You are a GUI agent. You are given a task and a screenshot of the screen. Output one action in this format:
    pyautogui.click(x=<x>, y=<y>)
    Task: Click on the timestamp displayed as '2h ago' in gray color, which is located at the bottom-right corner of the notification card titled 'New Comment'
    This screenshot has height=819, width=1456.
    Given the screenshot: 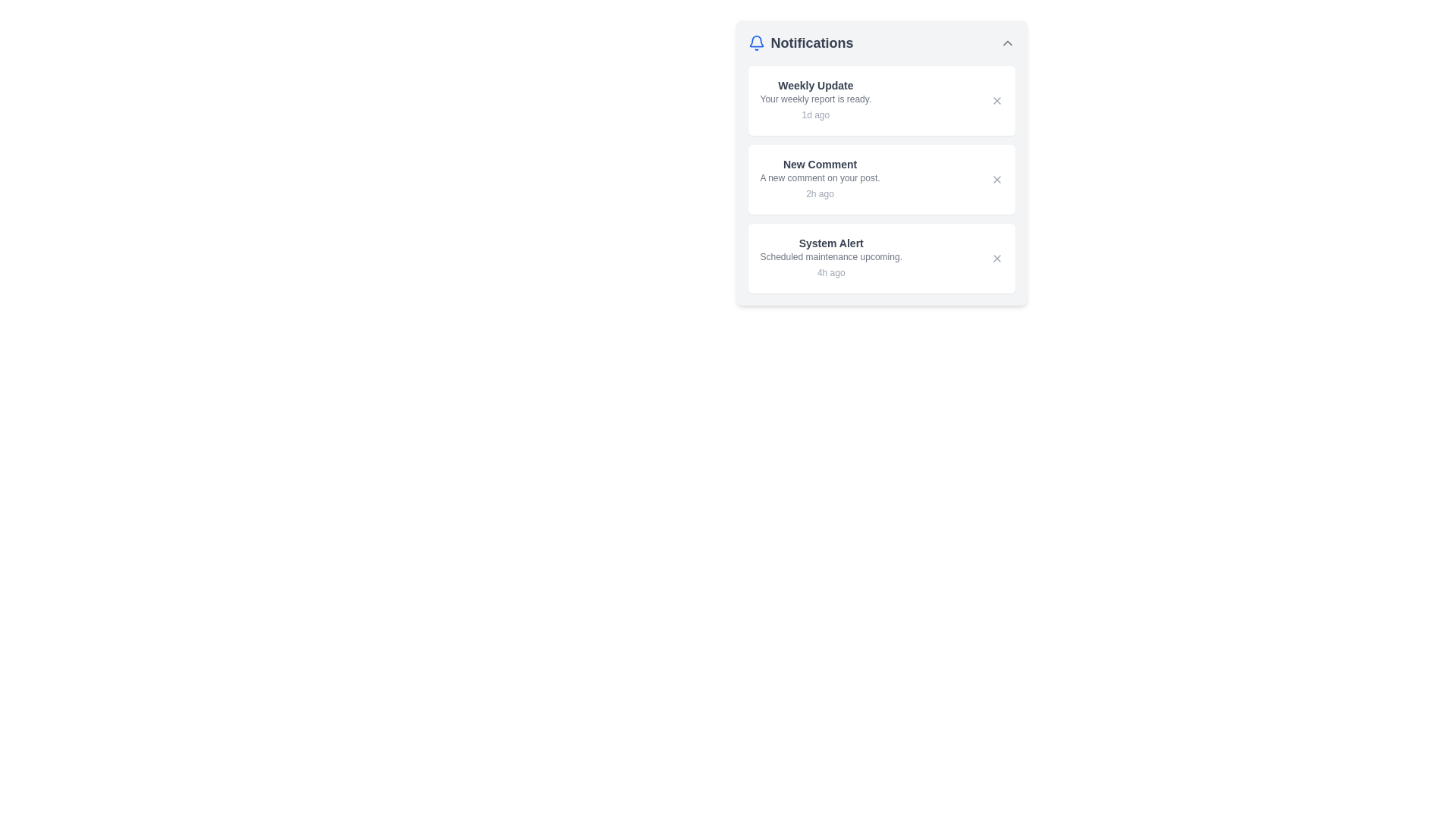 What is the action you would take?
    pyautogui.click(x=819, y=193)
    